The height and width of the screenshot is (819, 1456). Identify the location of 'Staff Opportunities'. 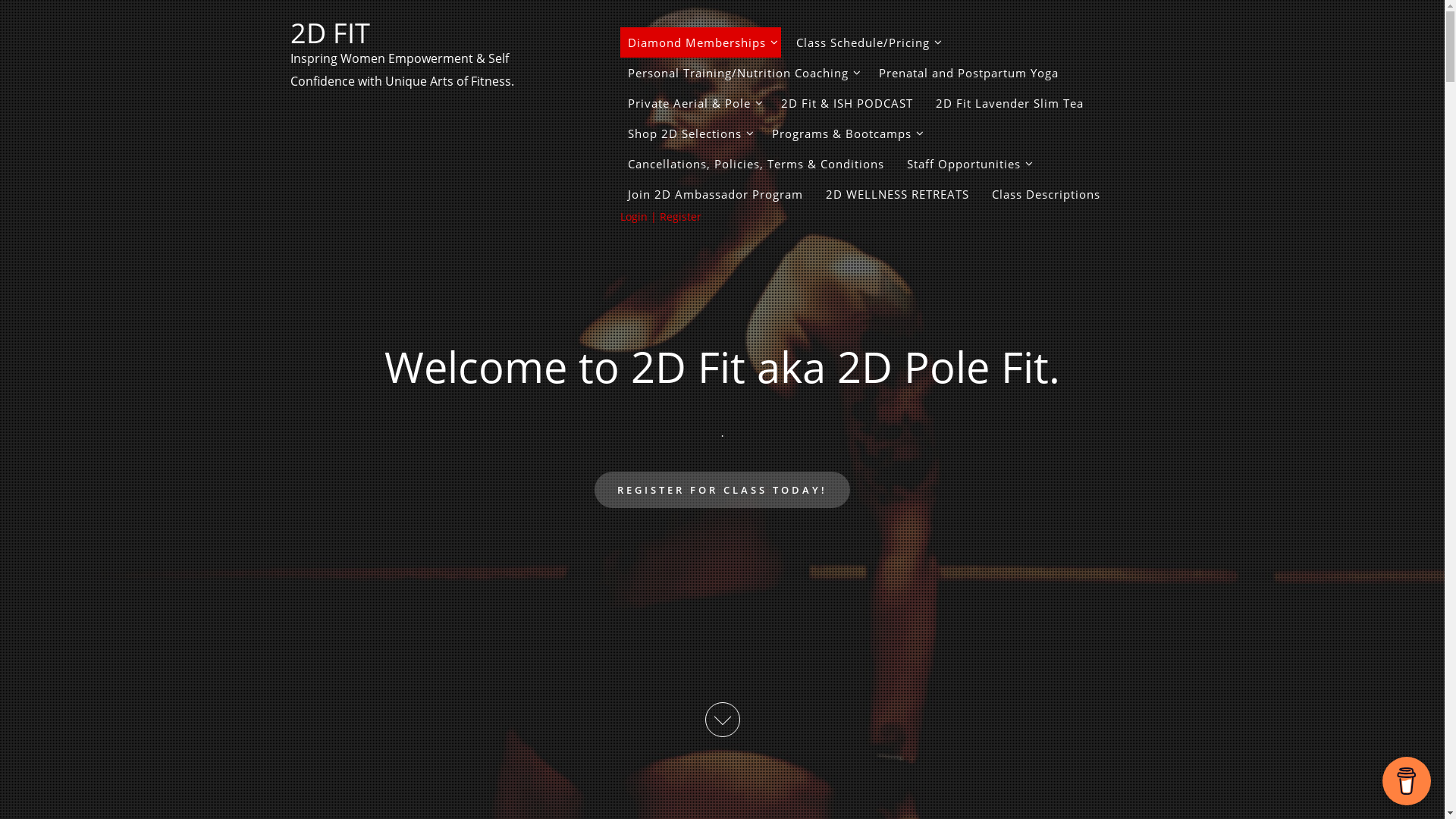
(899, 164).